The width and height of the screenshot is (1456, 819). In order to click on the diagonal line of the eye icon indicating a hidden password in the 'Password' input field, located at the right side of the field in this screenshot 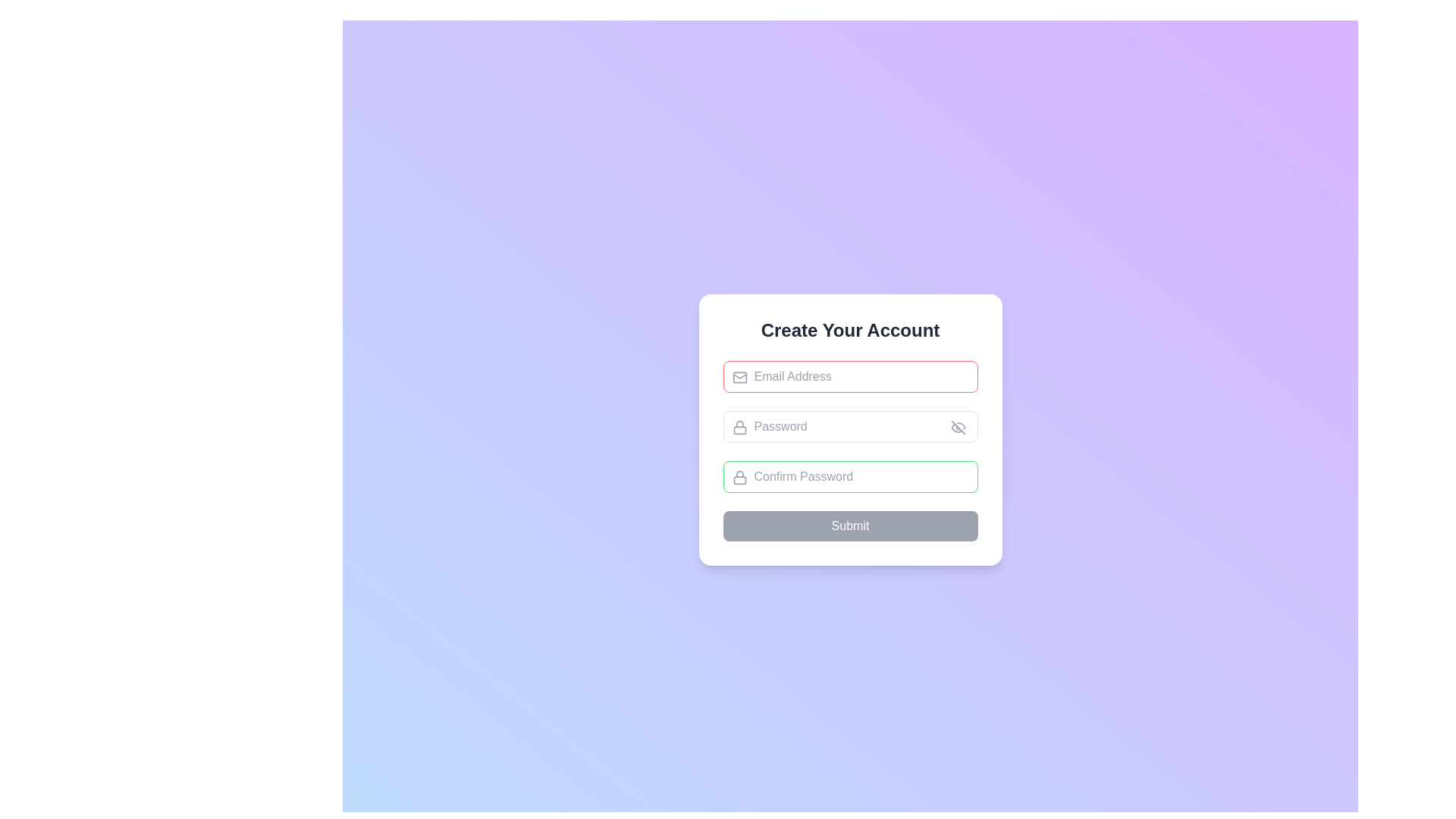, I will do `click(957, 427)`.